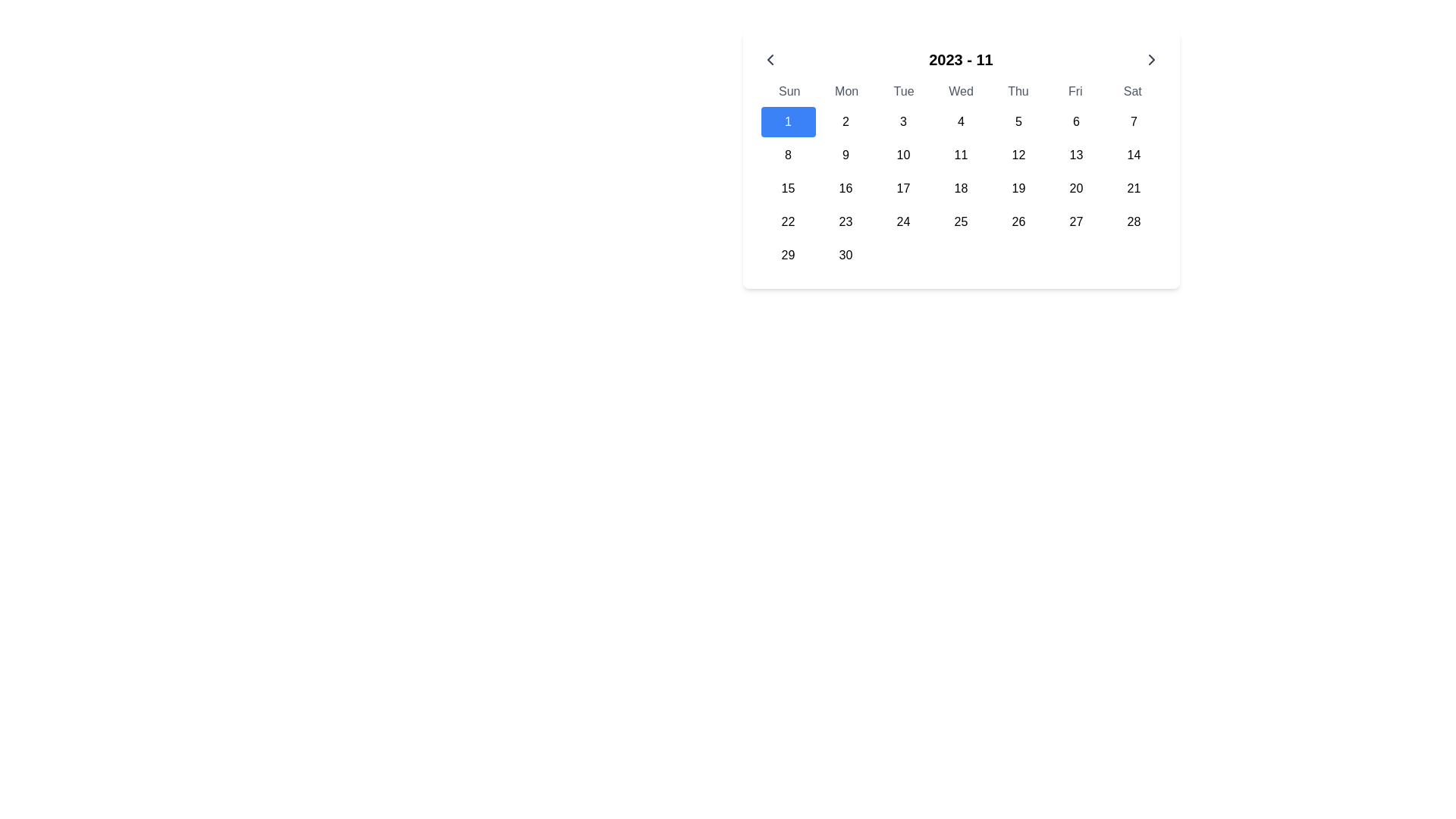 Image resolution: width=1456 pixels, height=819 pixels. I want to click on the button representing the 23rd day in the calendar view, so click(845, 222).